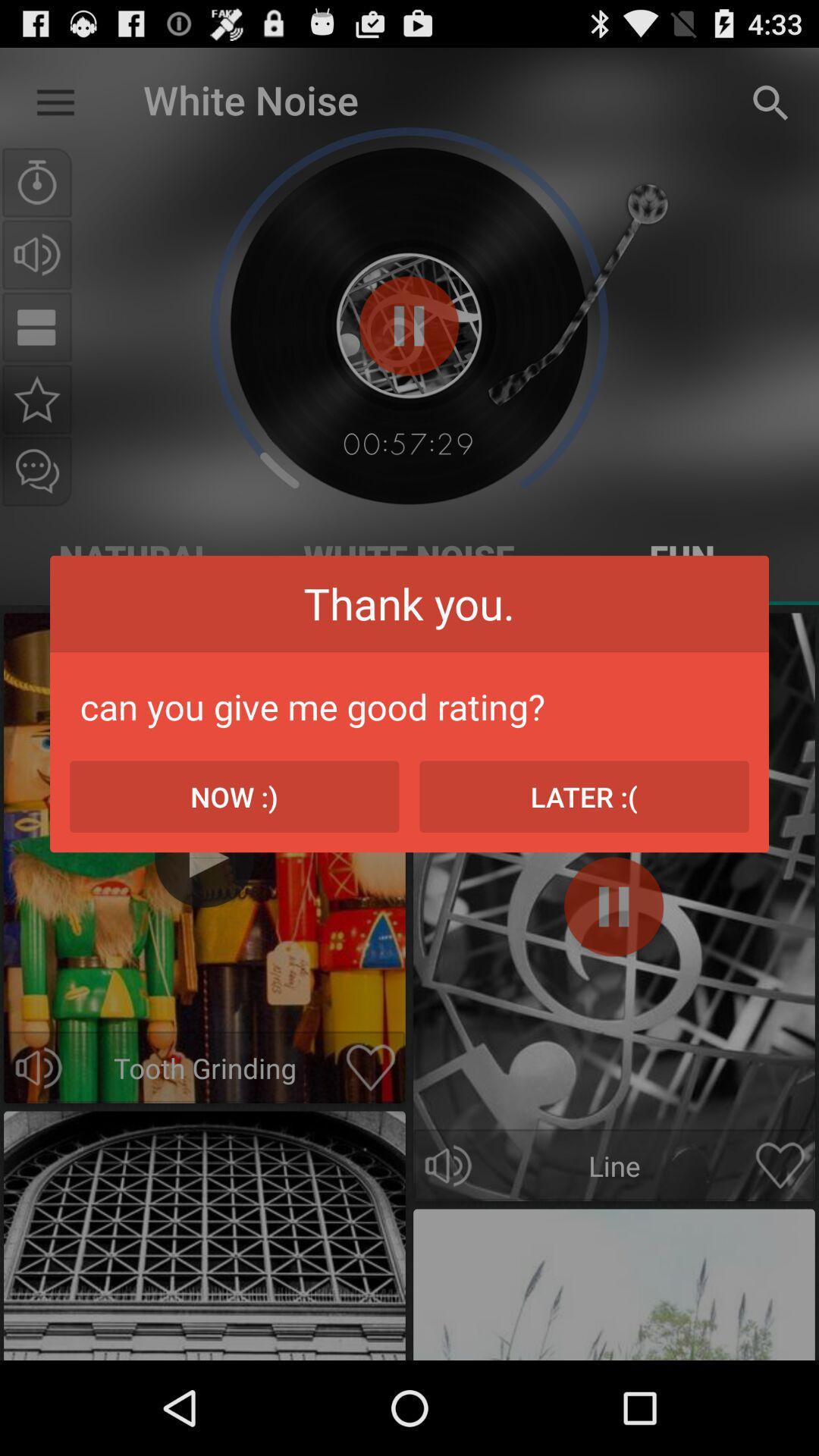 Image resolution: width=819 pixels, height=1456 pixels. What do you see at coordinates (583, 795) in the screenshot?
I see `the icon next to the now :)` at bounding box center [583, 795].